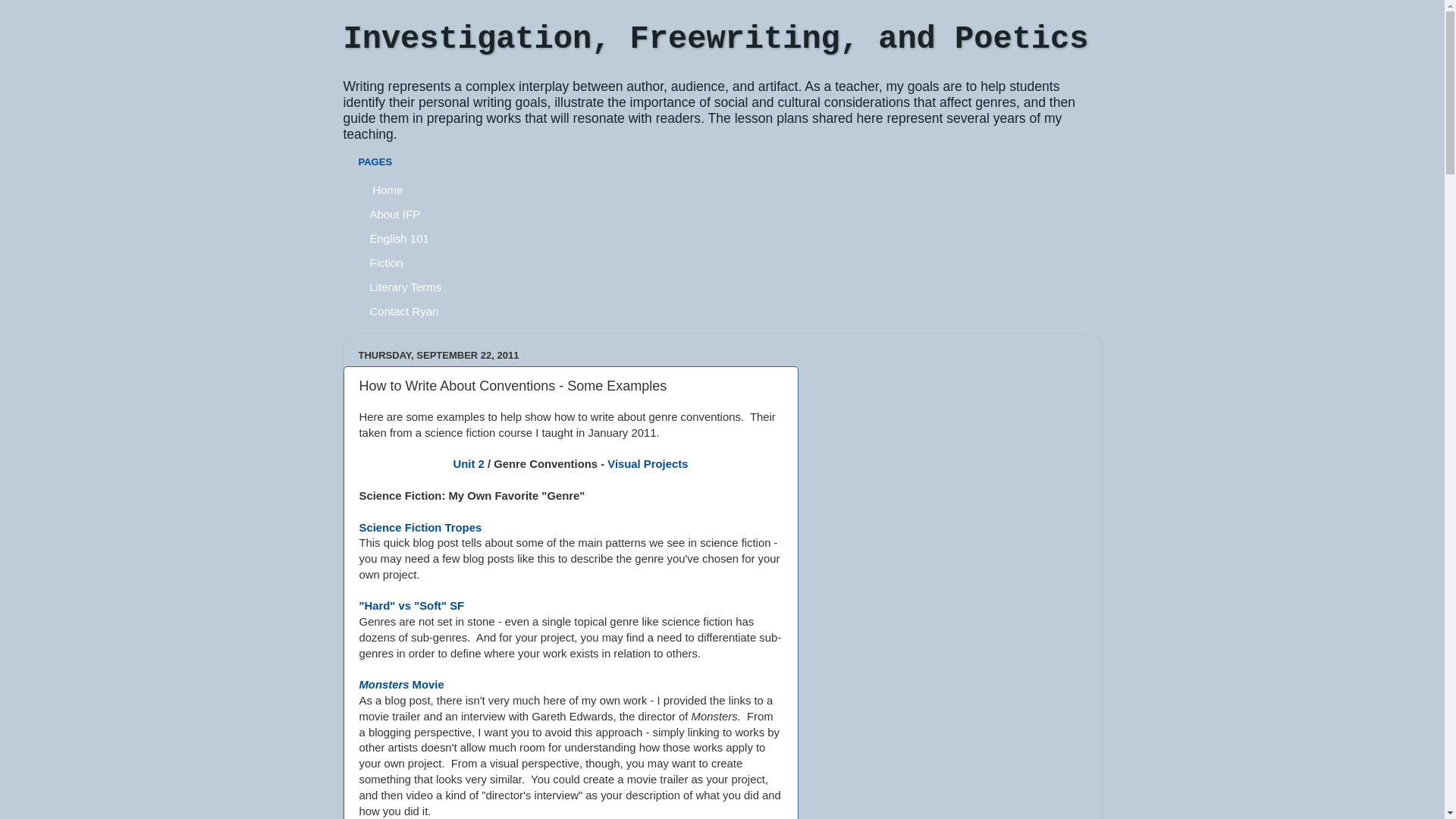 The width and height of the screenshot is (1456, 819). Describe the element at coordinates (607, 463) in the screenshot. I see `'Visual Projects'` at that location.